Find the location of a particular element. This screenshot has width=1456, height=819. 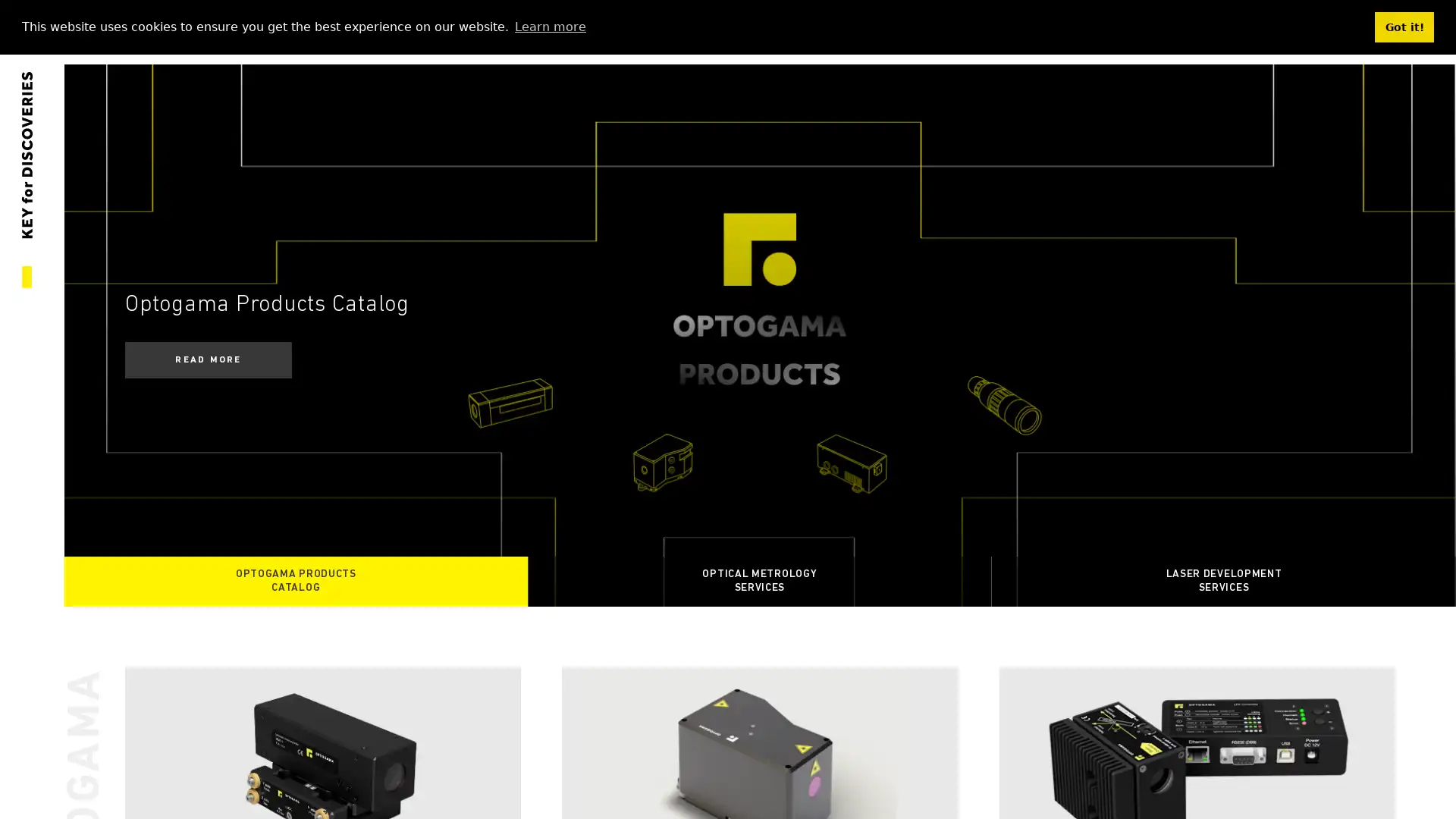

learn more about cookies is located at coordinates (549, 26).